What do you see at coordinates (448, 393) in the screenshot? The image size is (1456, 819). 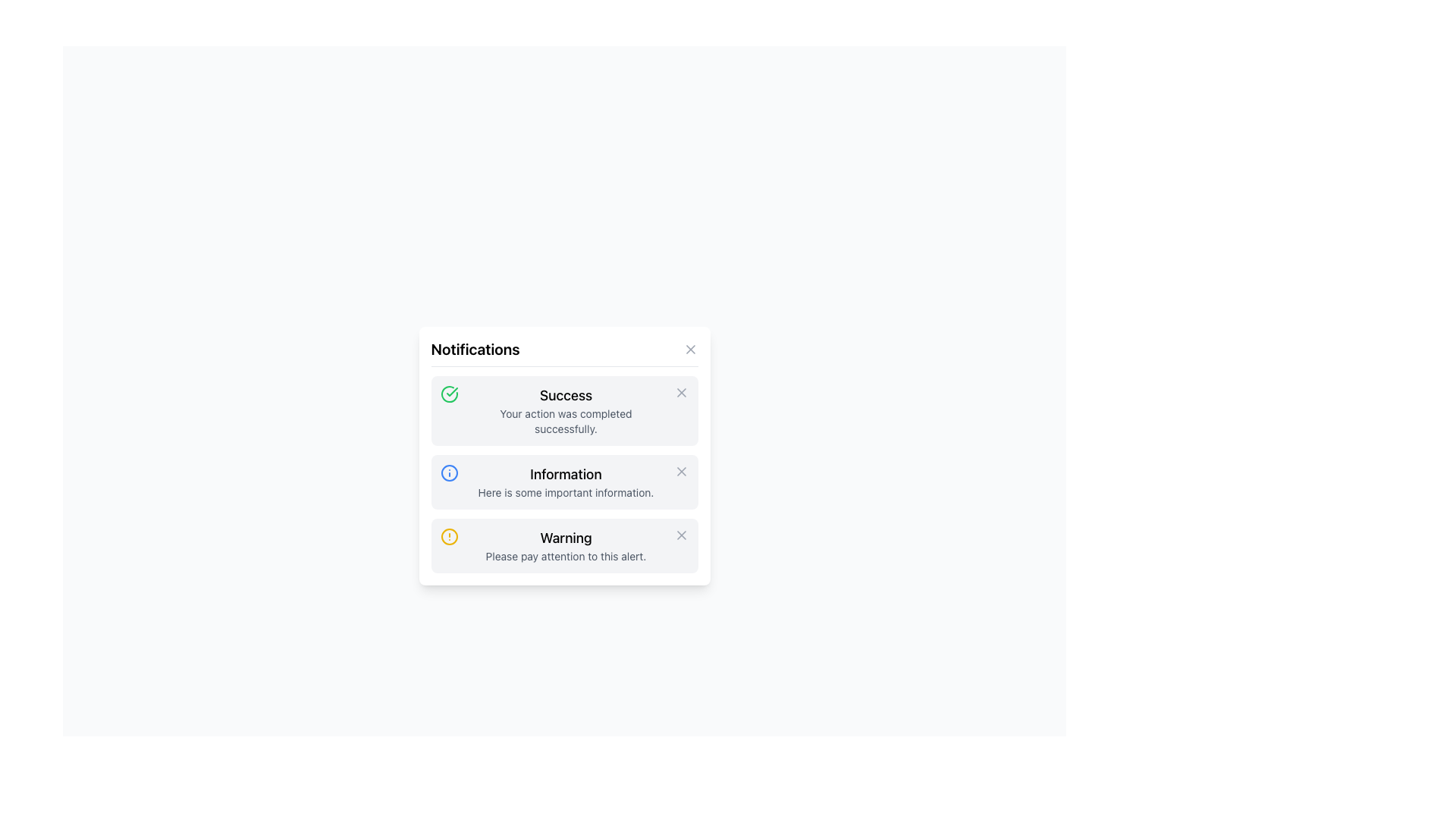 I see `the success icon located at the top left corner of the 'Success' notification card, which indicates a successful action completion` at bounding box center [448, 393].